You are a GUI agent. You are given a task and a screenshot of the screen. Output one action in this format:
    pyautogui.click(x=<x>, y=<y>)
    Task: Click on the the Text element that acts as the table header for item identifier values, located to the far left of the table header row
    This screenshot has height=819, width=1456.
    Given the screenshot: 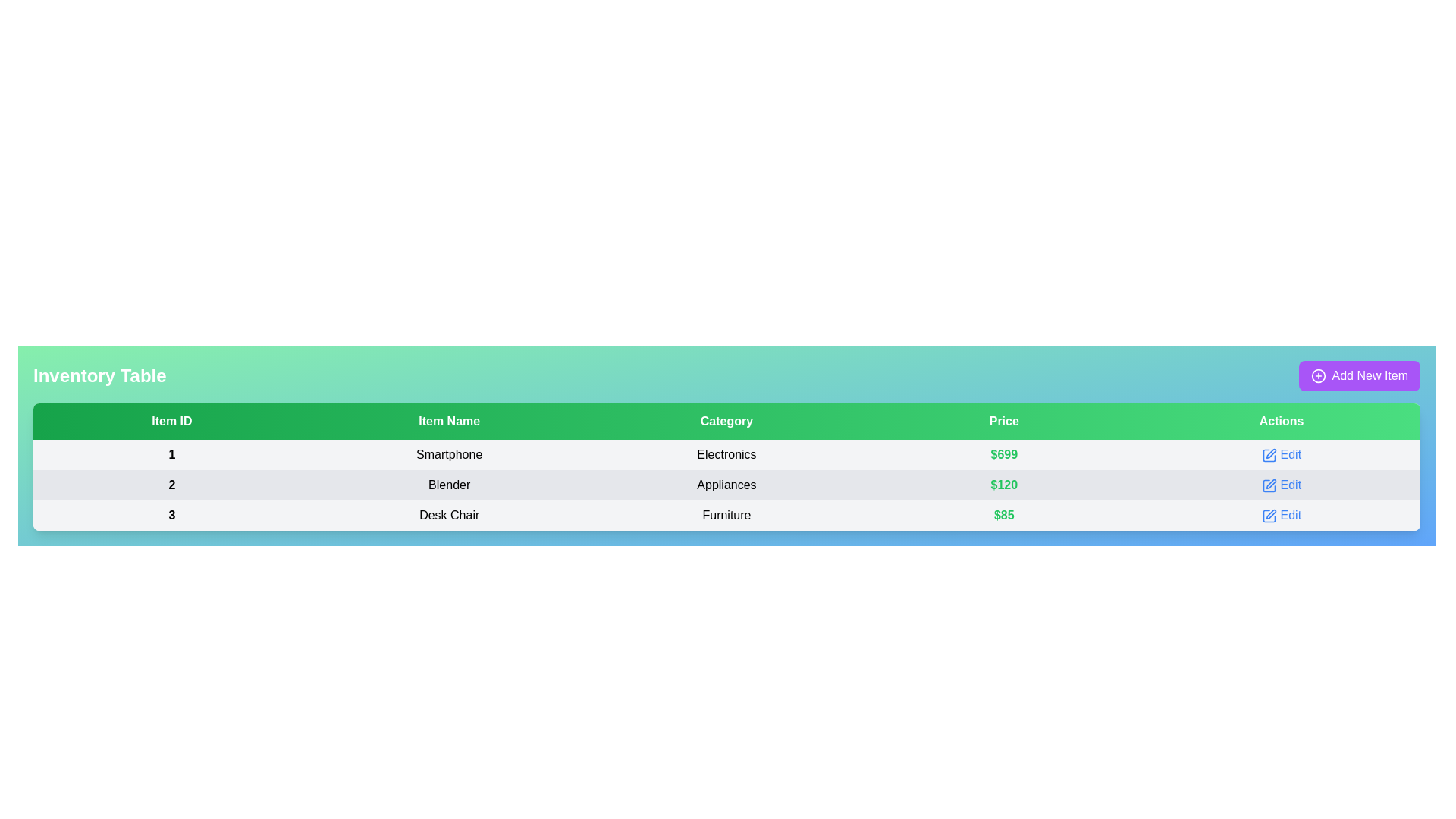 What is the action you would take?
    pyautogui.click(x=171, y=421)
    